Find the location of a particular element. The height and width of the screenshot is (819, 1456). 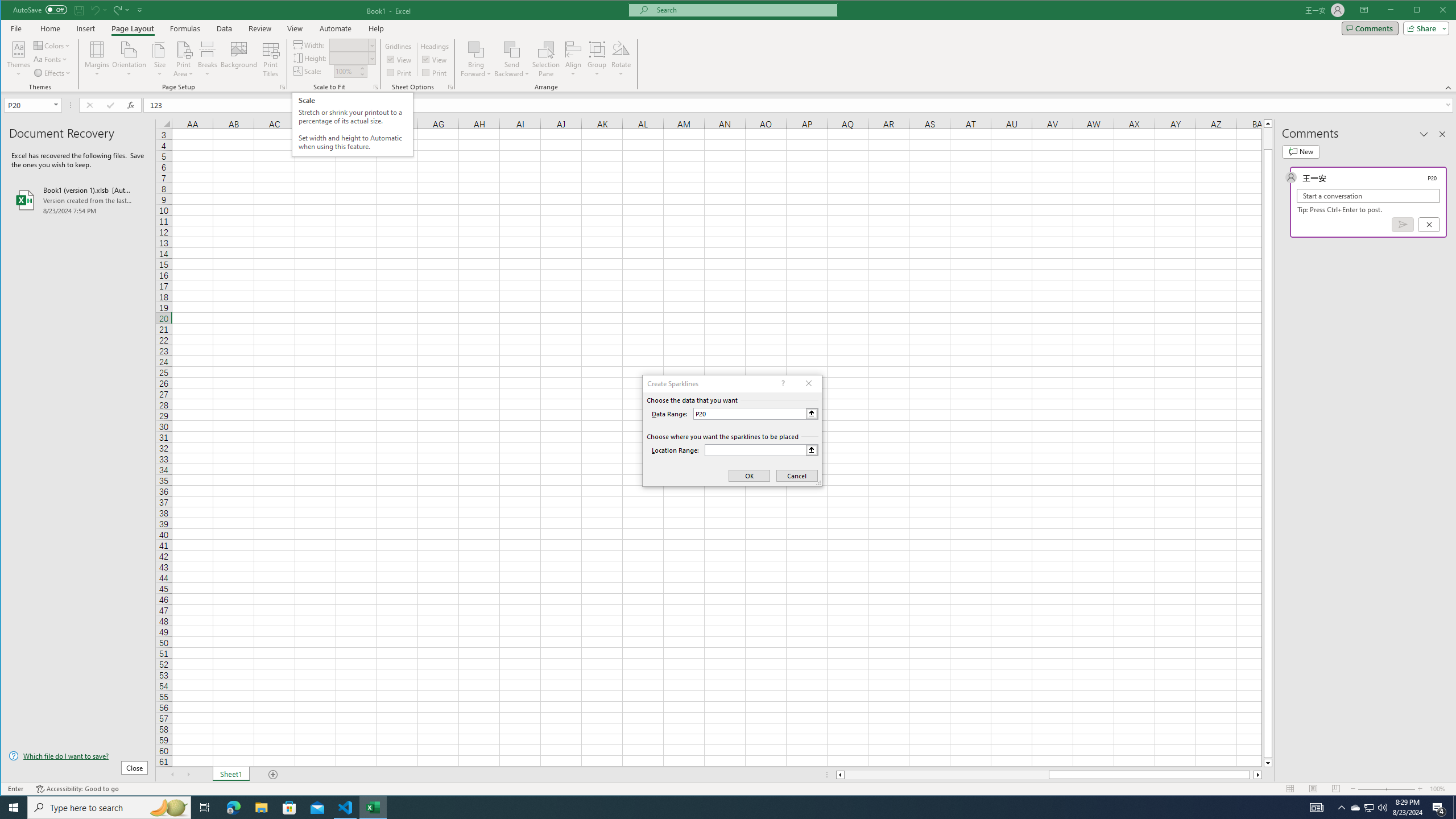

'Accessibility Checker Accessibility: Good to go' is located at coordinates (77, 788).